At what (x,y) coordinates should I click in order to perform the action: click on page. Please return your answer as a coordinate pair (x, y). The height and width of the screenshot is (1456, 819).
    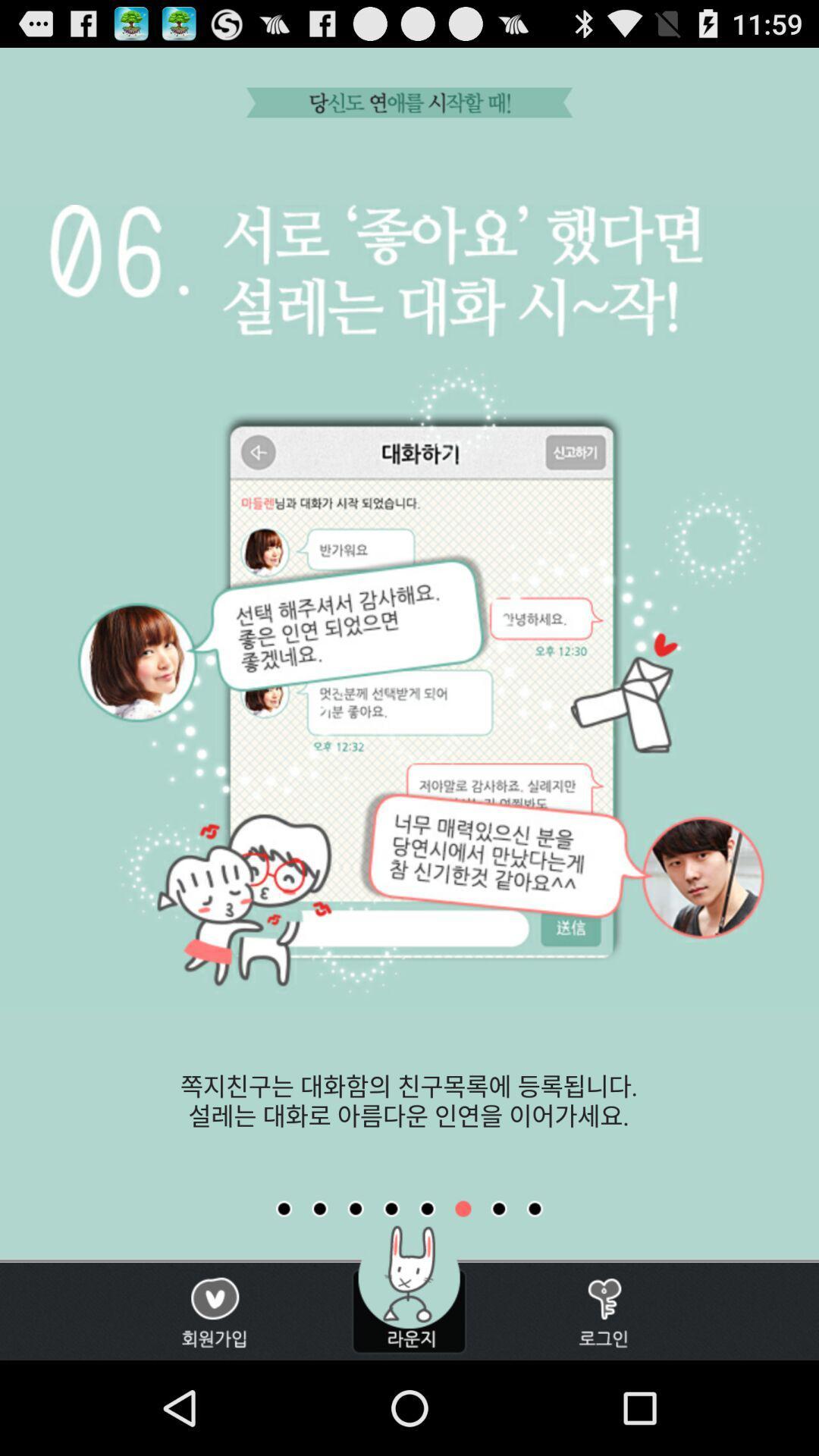
    Looking at the image, I should click on (427, 1208).